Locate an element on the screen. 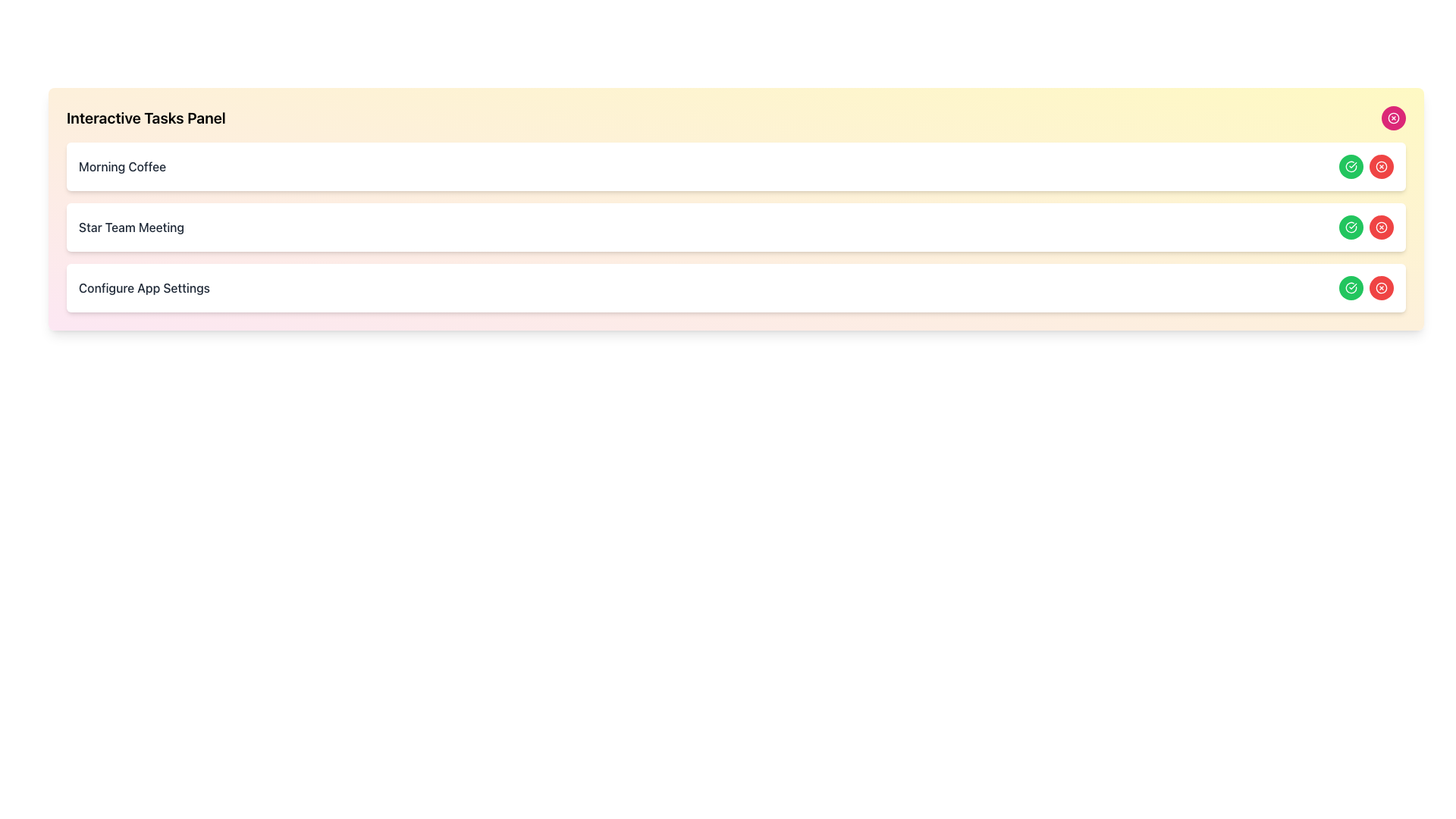  the larger outer circle of the SVG icon located in the top-right corner of the 'Interactive Tasks Panel' is located at coordinates (1382, 166).